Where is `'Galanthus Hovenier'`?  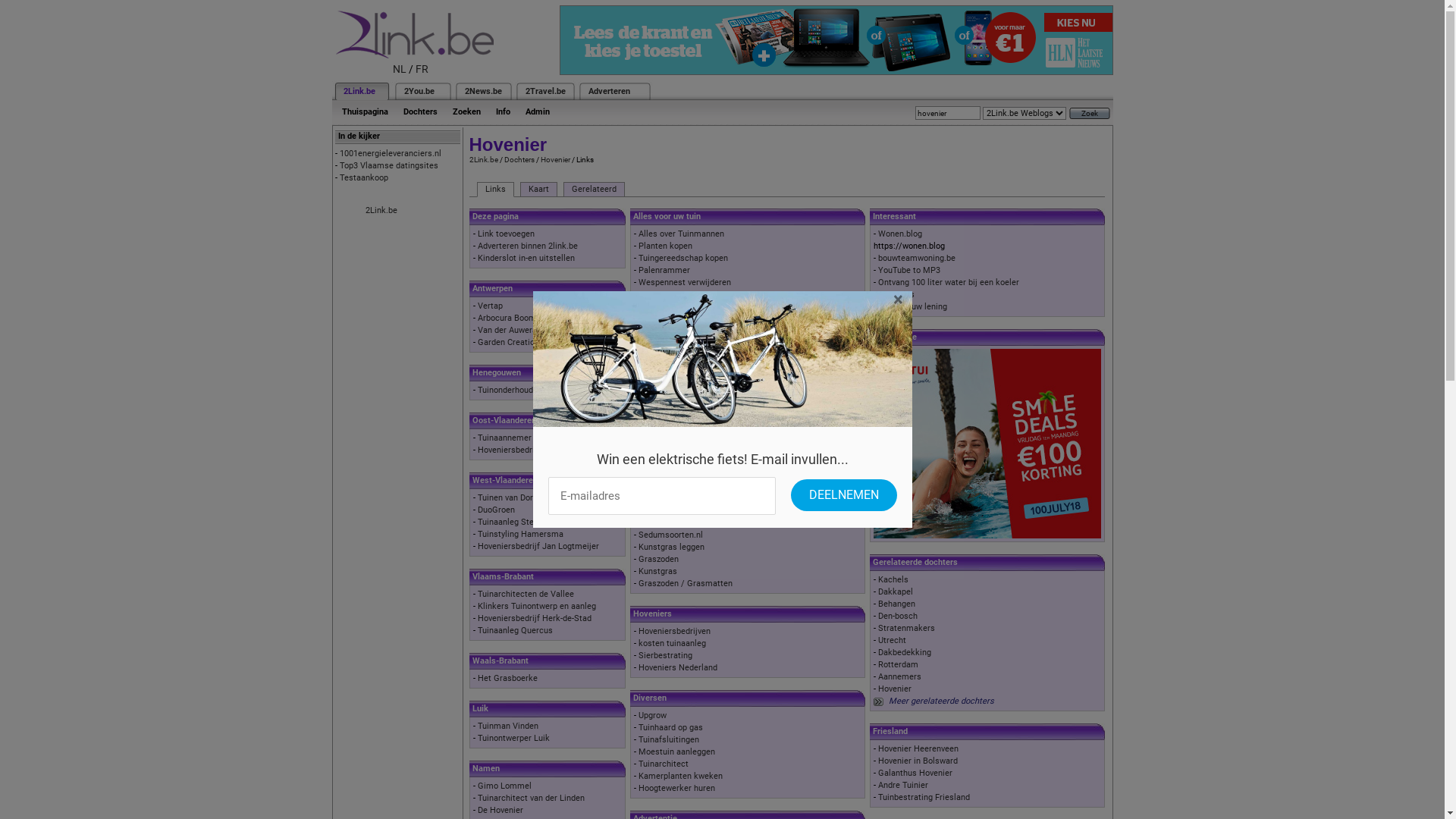 'Galanthus Hovenier' is located at coordinates (877, 773).